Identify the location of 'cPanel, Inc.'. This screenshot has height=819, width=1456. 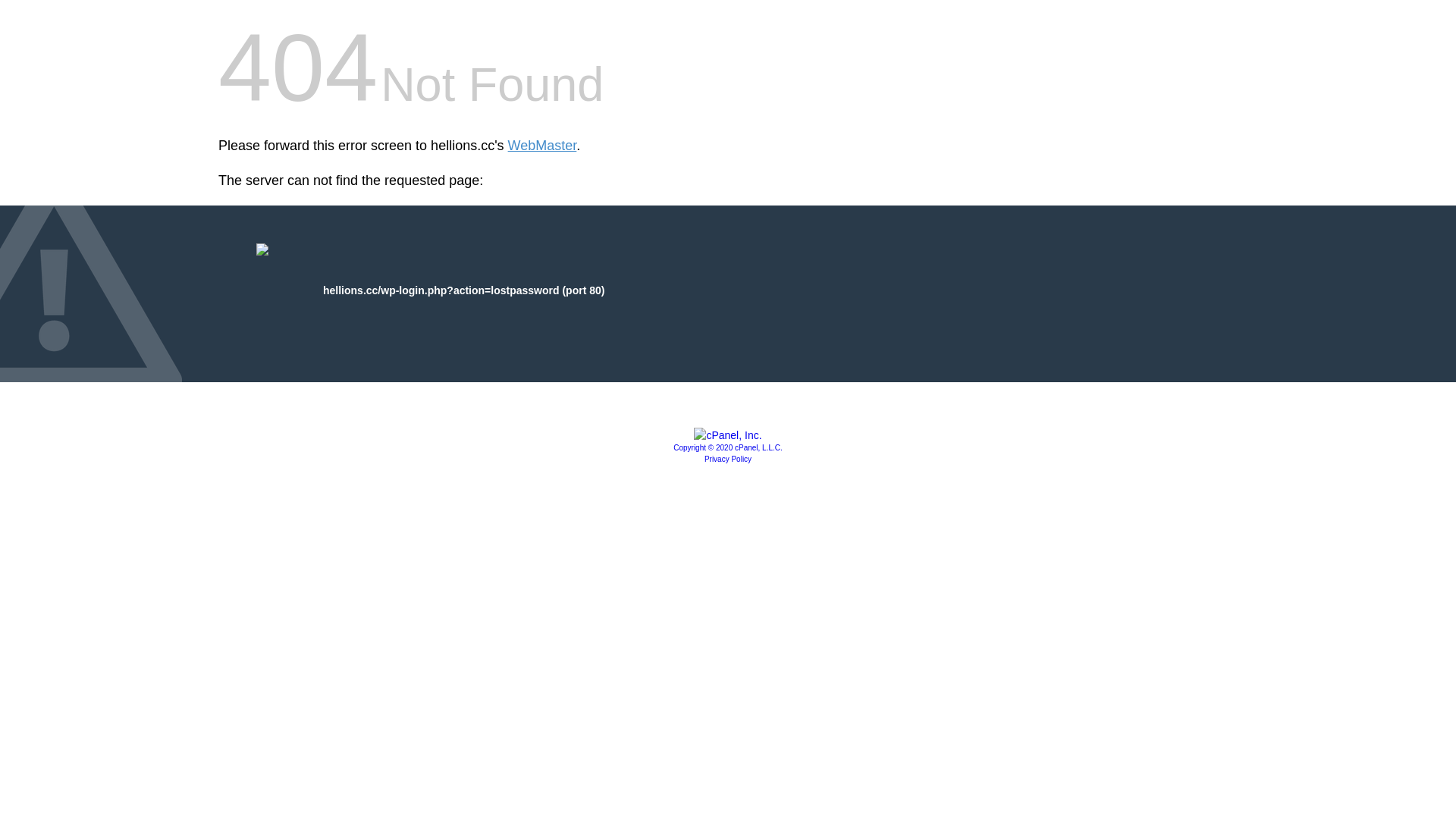
(726, 435).